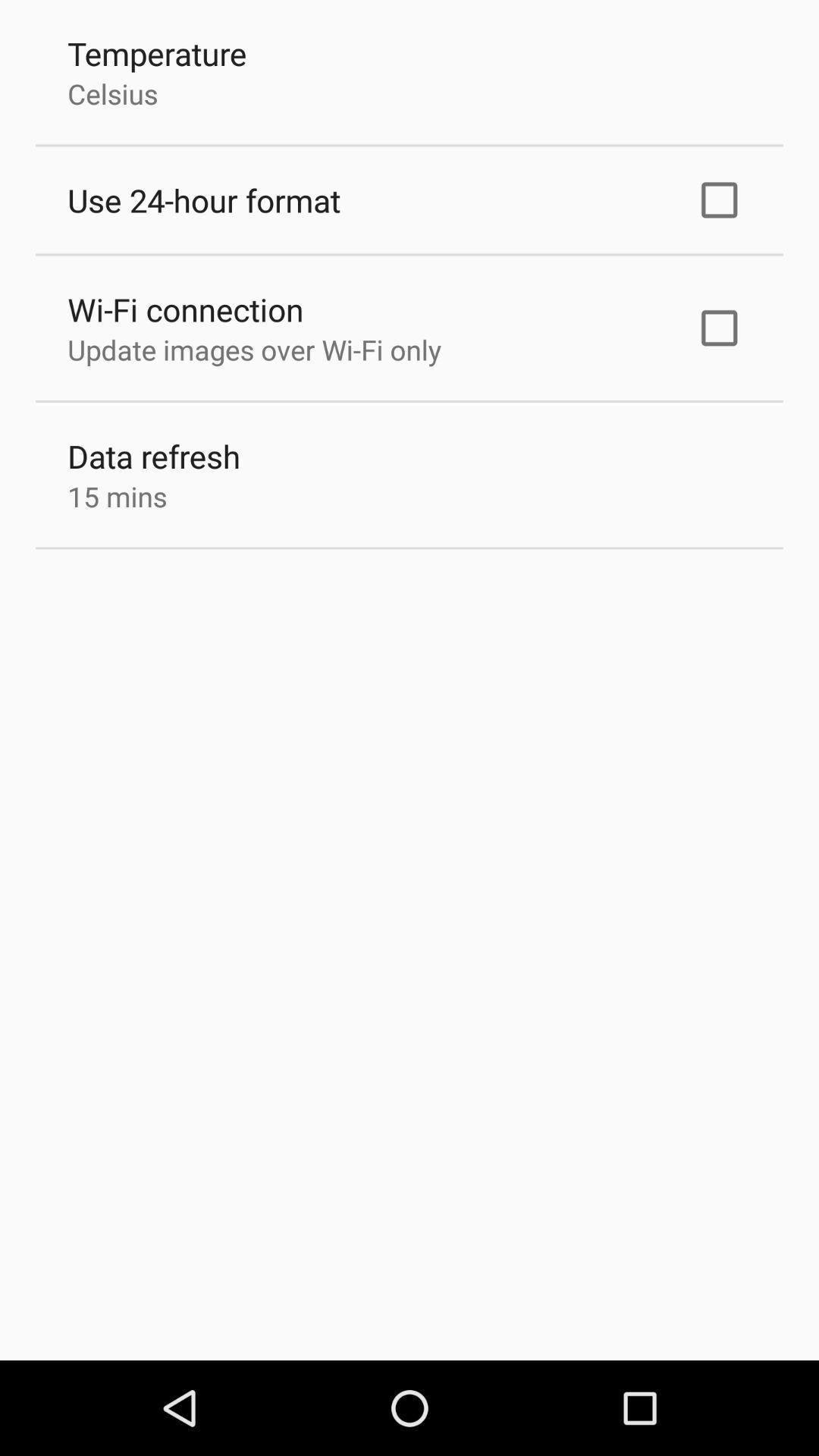  I want to click on icon below the wi-fi connection icon, so click(253, 349).